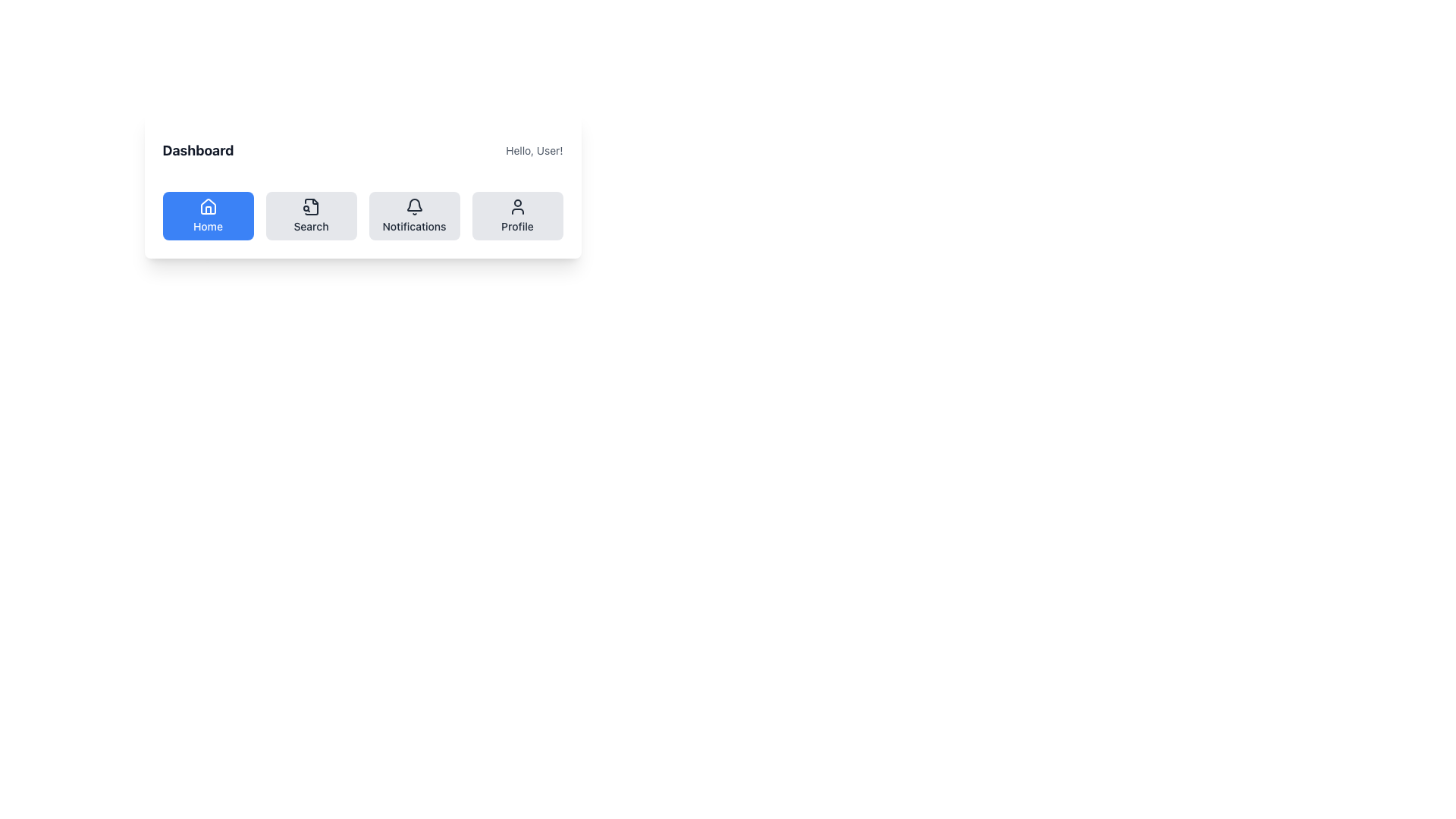  Describe the element at coordinates (534, 151) in the screenshot. I see `the text label 'Hello, User!' located in the top-right section of the navigation bar, positioned next to 'Dashboard'` at that location.